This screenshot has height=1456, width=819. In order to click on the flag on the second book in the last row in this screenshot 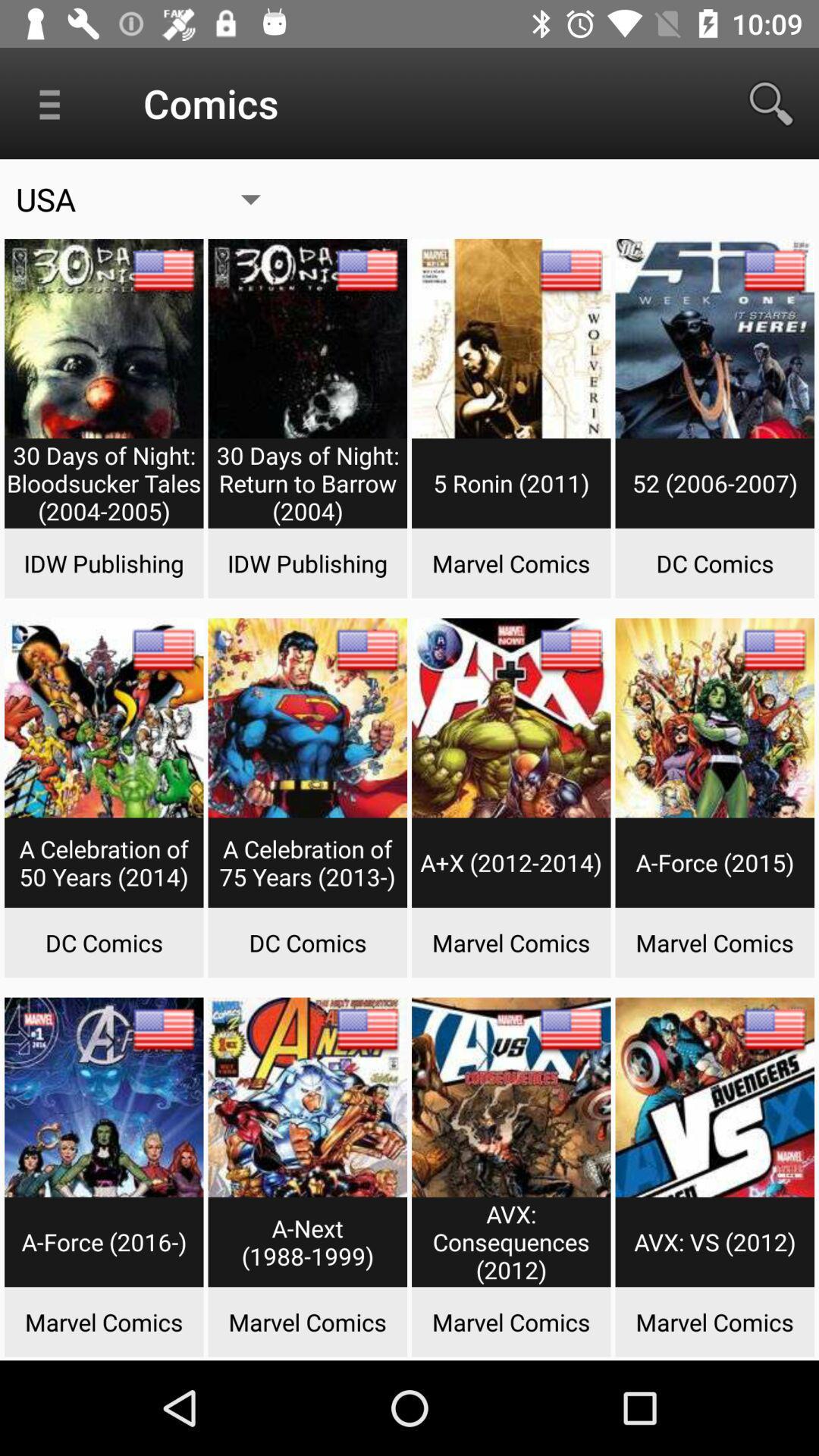, I will do `click(368, 1030)`.